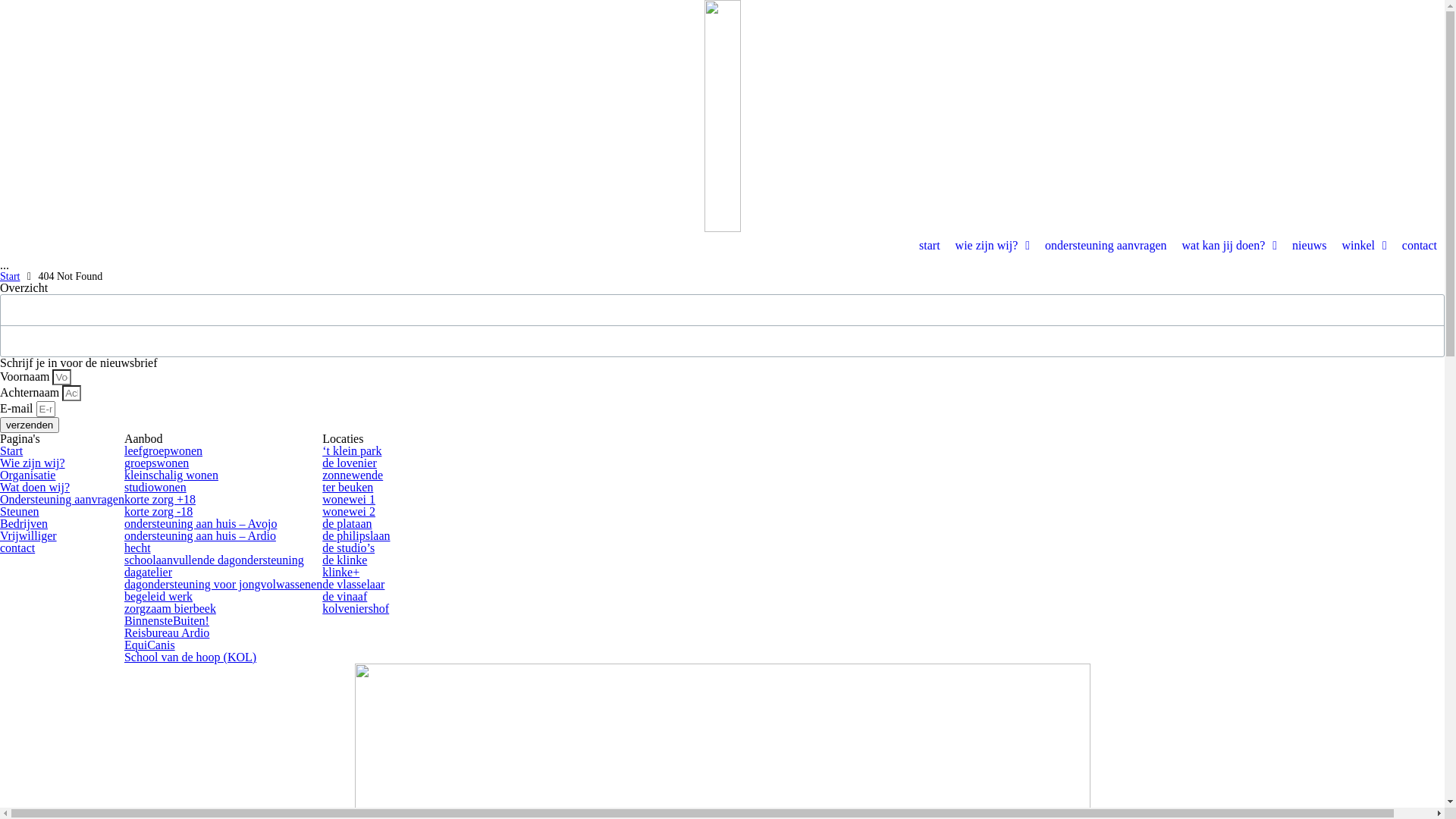  I want to click on 'schoolaanvullende dagondersteuning', so click(213, 560).